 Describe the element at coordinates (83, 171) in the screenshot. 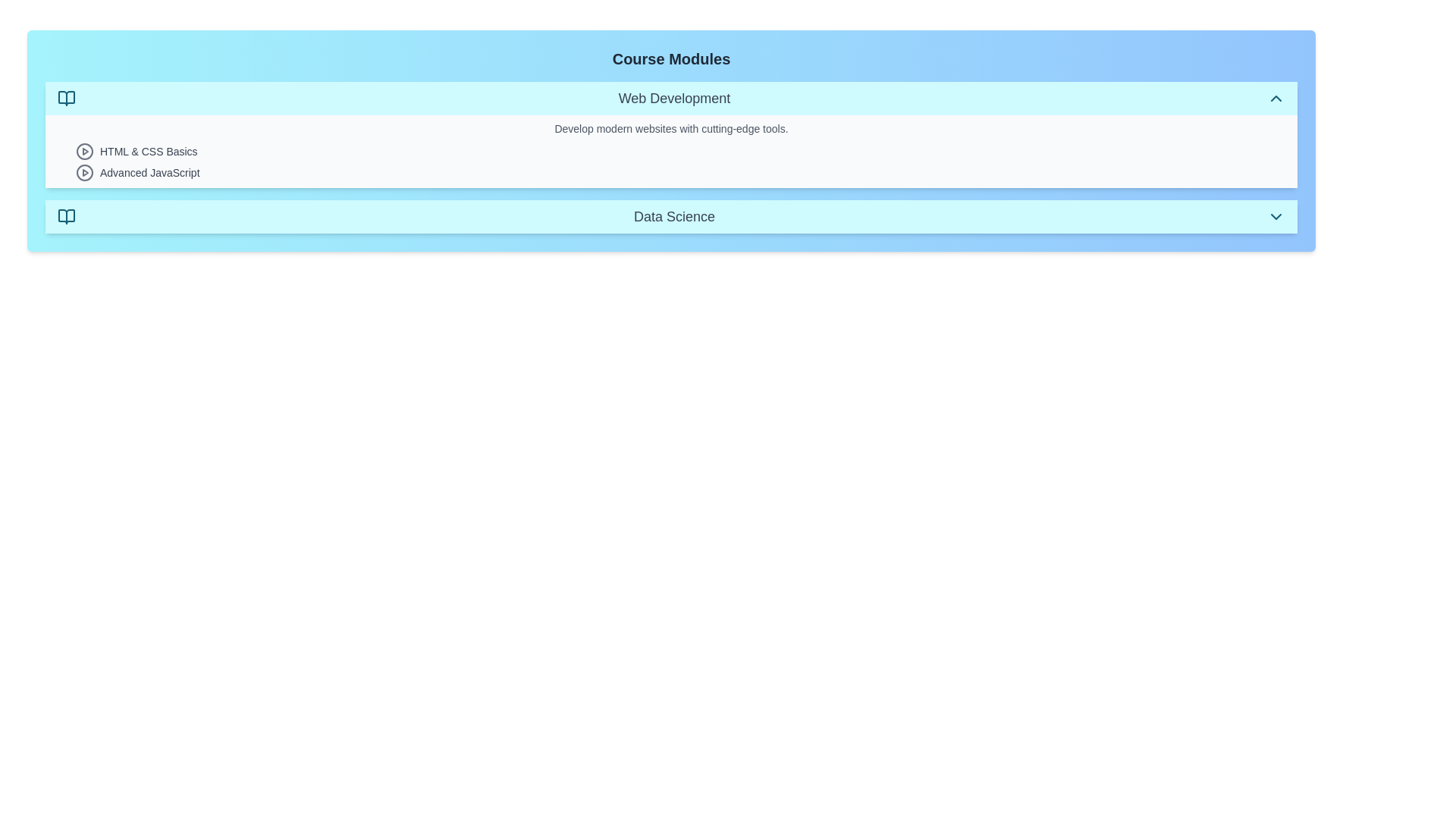

I see `the play button located to the left of the 'Advanced JavaScript' label` at that location.